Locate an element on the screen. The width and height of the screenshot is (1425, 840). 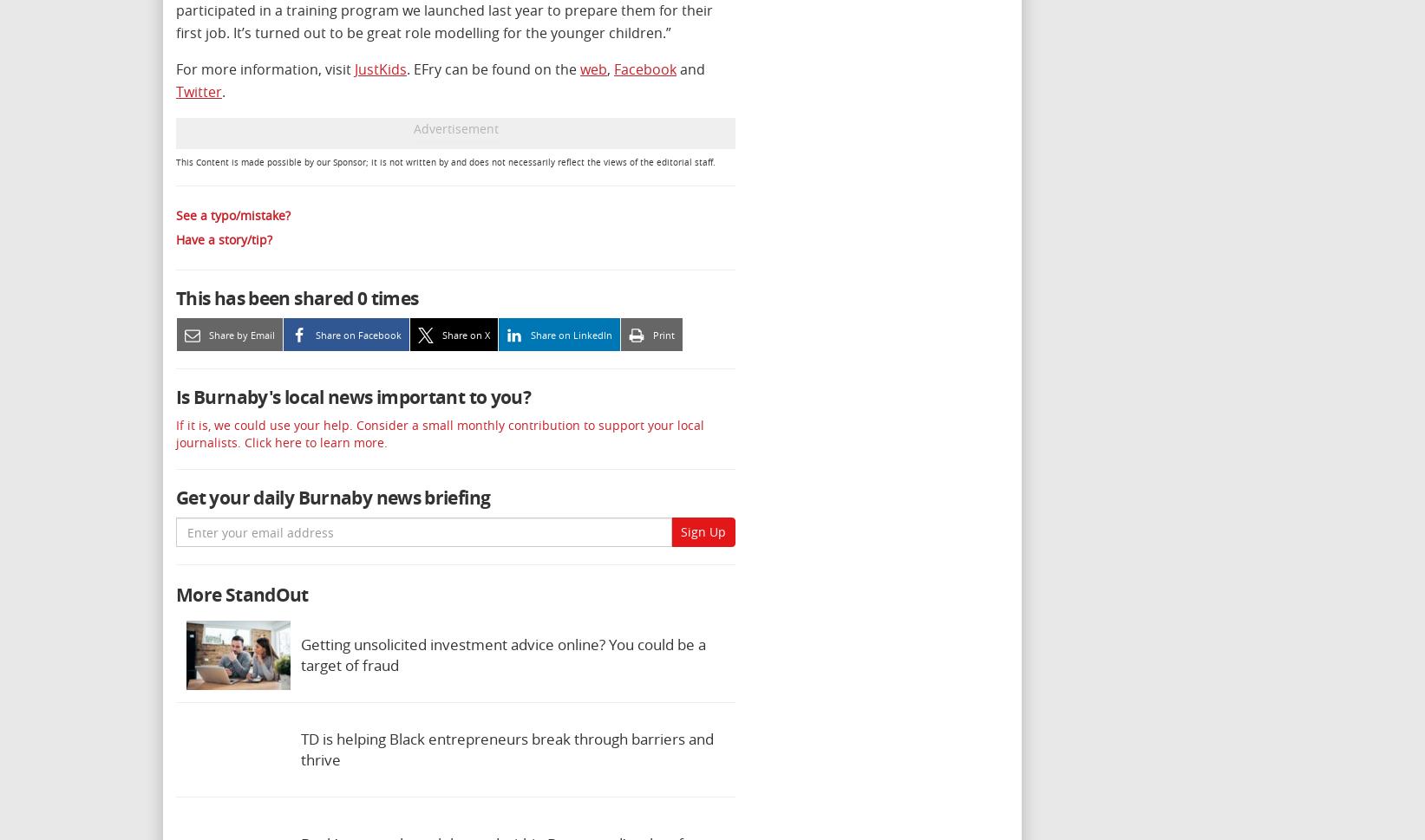
'and' is located at coordinates (690, 68).